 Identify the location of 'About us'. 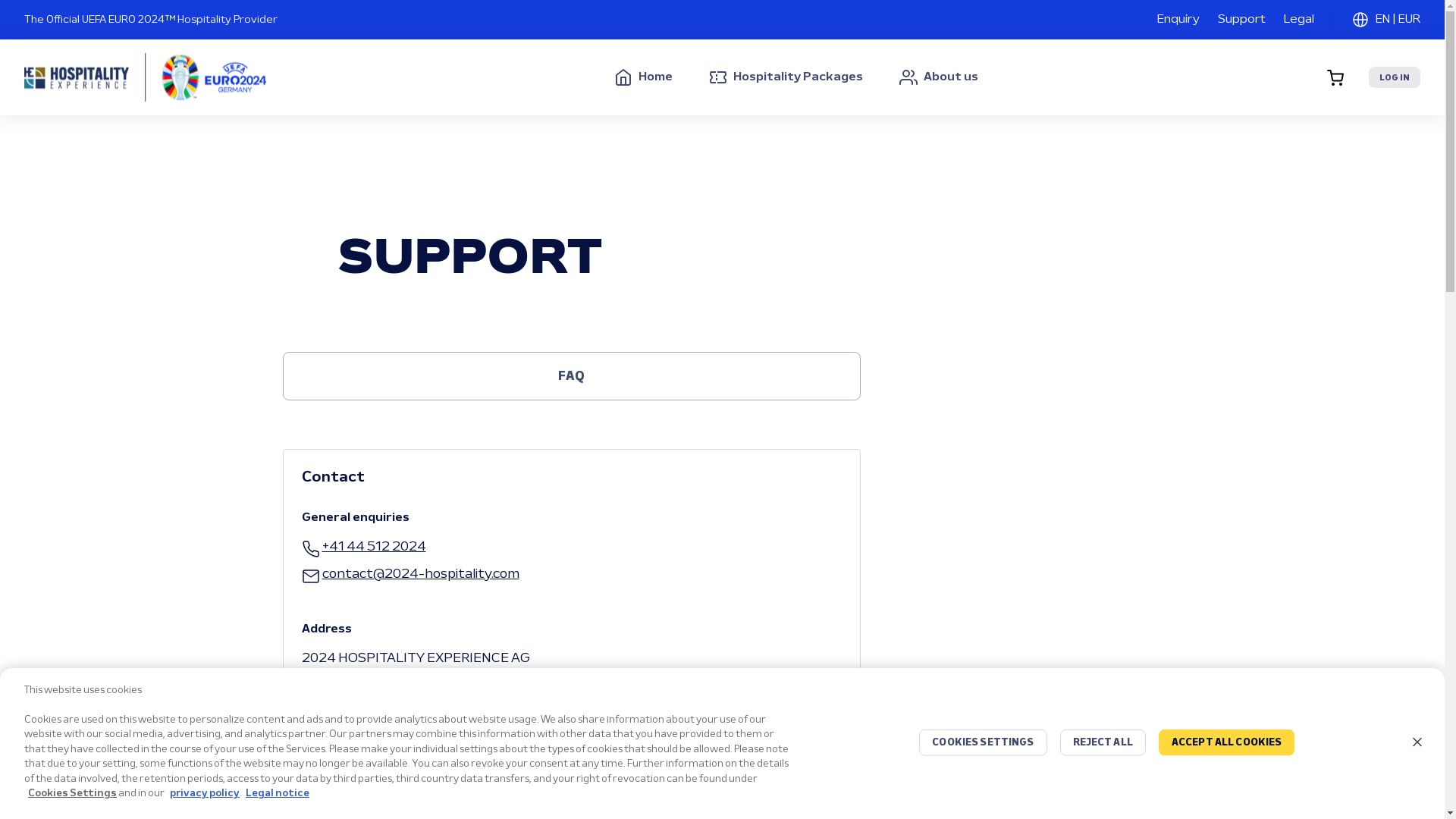
(938, 77).